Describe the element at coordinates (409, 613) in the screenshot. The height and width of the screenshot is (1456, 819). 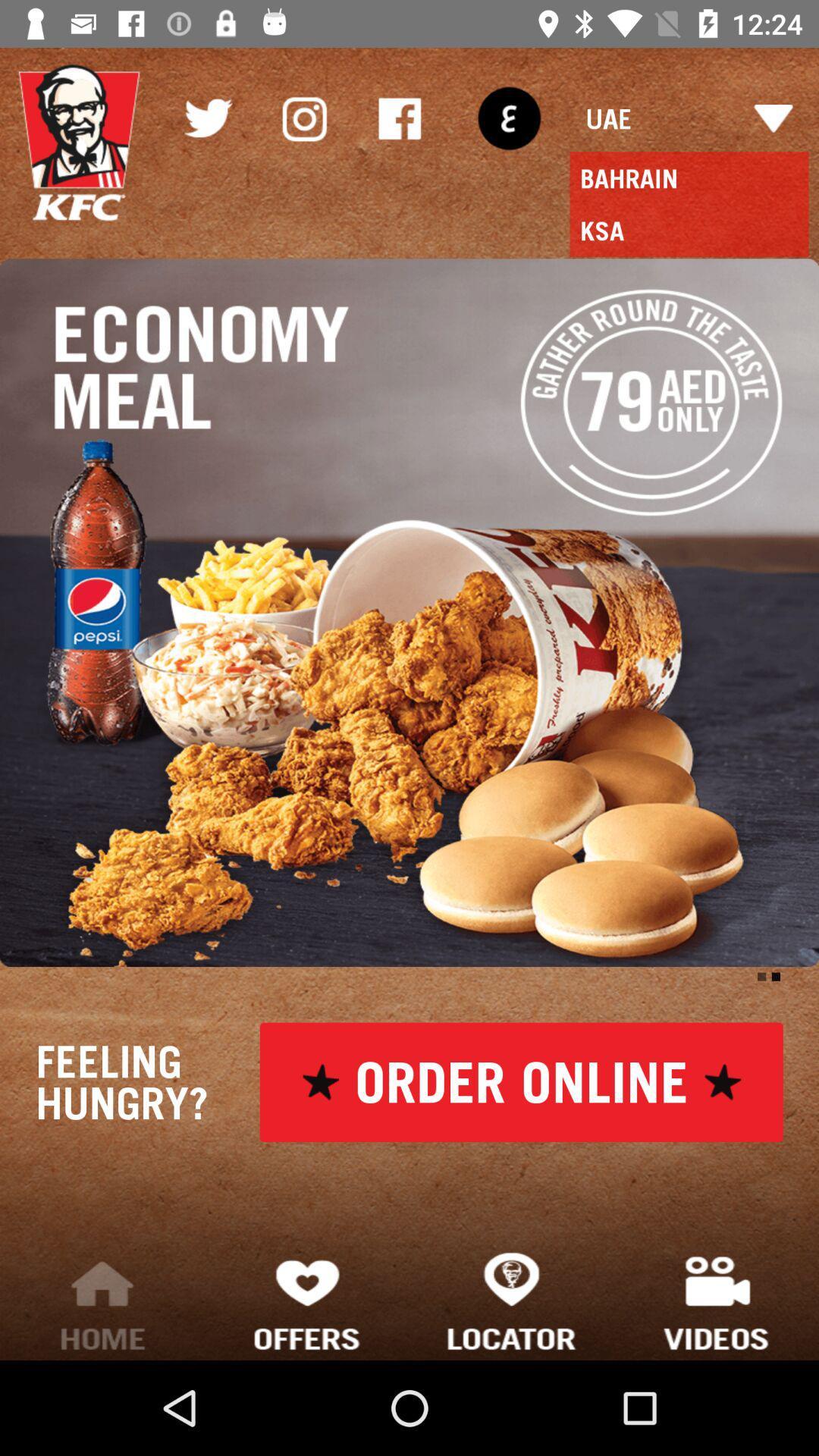
I see `the item below the ksa icon` at that location.